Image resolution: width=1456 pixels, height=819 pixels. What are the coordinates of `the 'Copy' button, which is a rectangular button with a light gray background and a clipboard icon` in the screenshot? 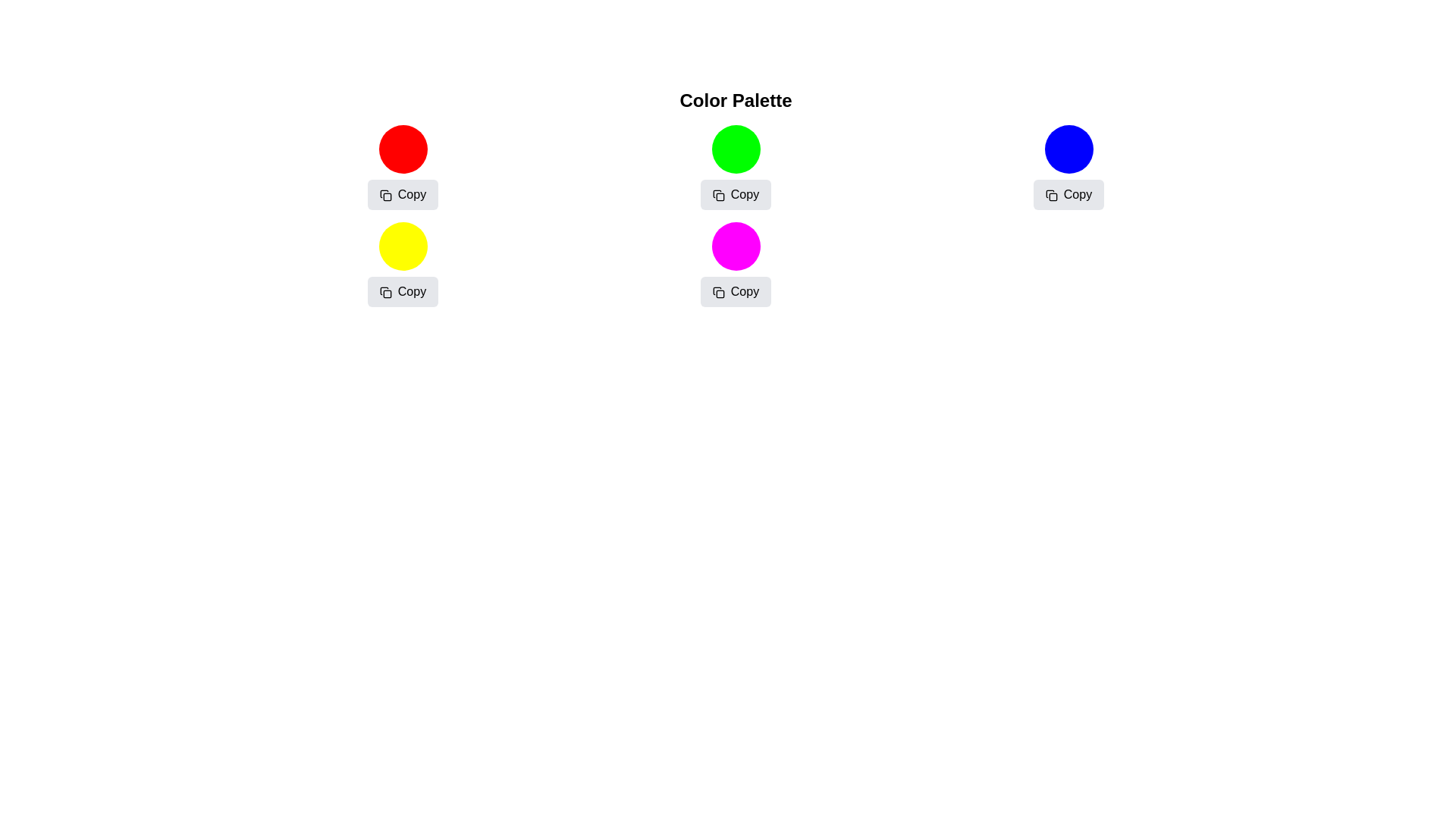 It's located at (1068, 194).